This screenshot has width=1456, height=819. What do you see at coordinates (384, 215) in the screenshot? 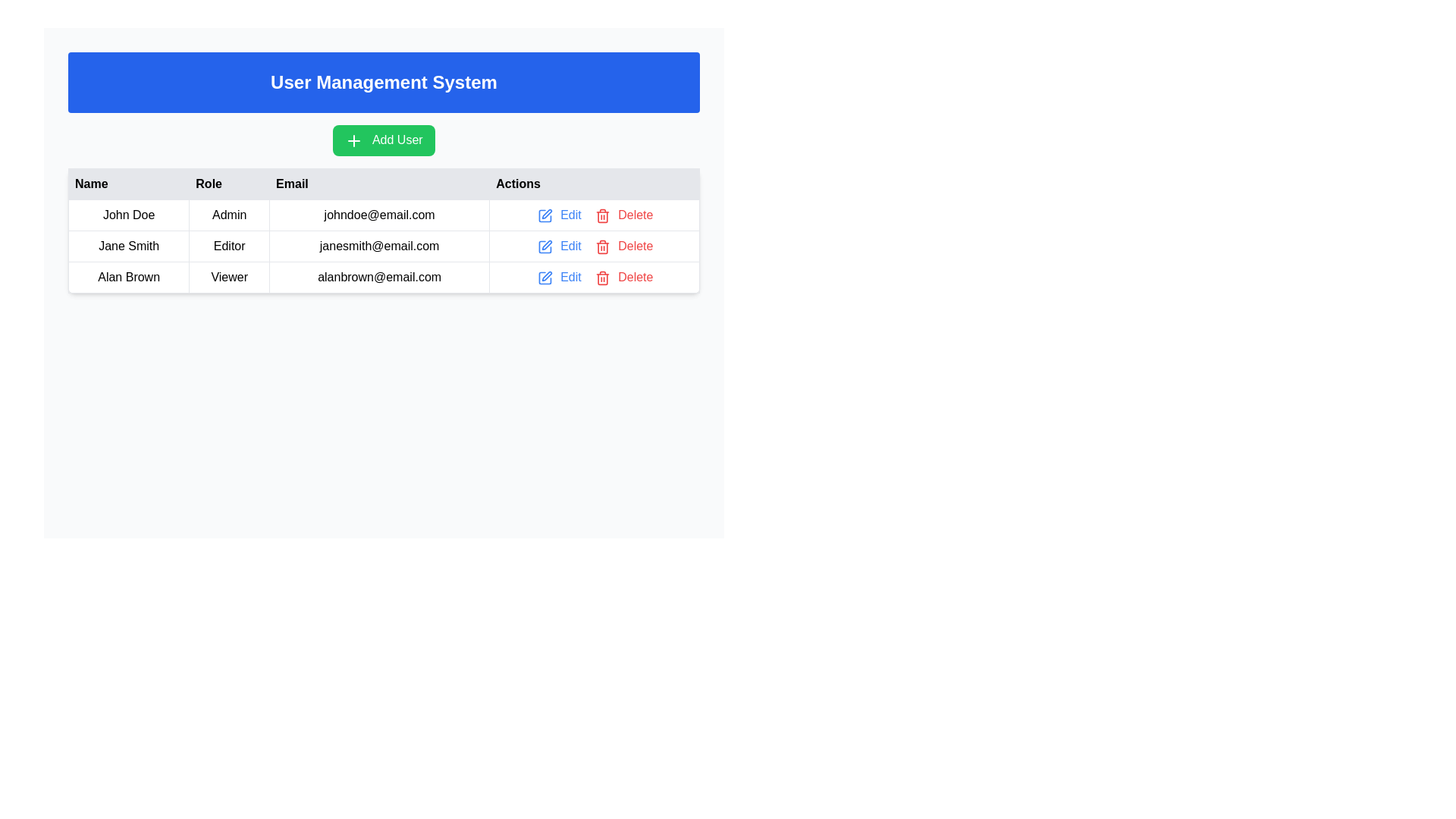
I see `user's details from the first row of the data table, which contains the text 'John Doe', 'Admin', and 'johndoe@email.com', along with interactive buttons 'Edit' and 'Delete'` at bounding box center [384, 215].